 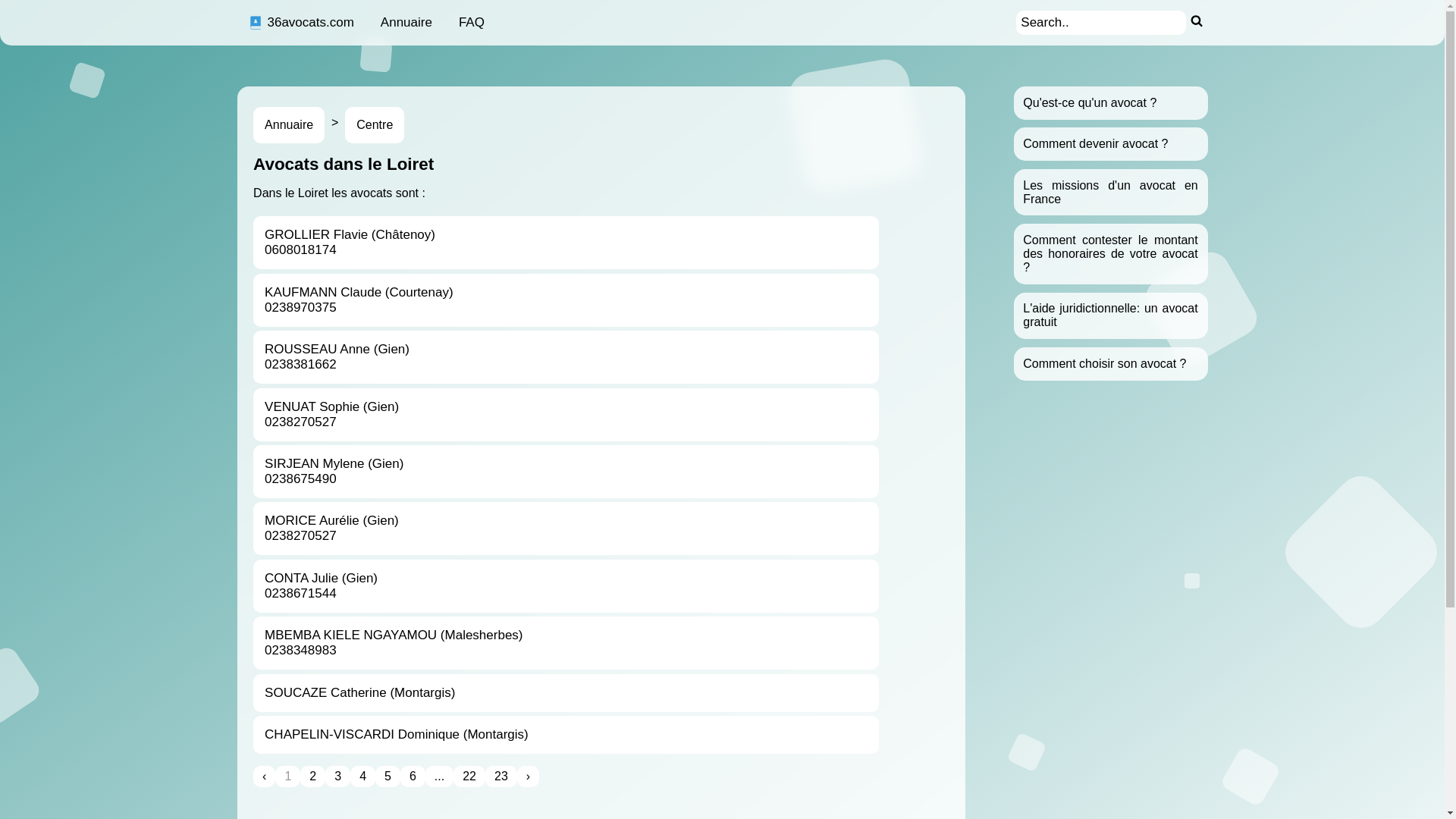 What do you see at coordinates (1110, 191) in the screenshot?
I see `'Les missions d'un avocat en France'` at bounding box center [1110, 191].